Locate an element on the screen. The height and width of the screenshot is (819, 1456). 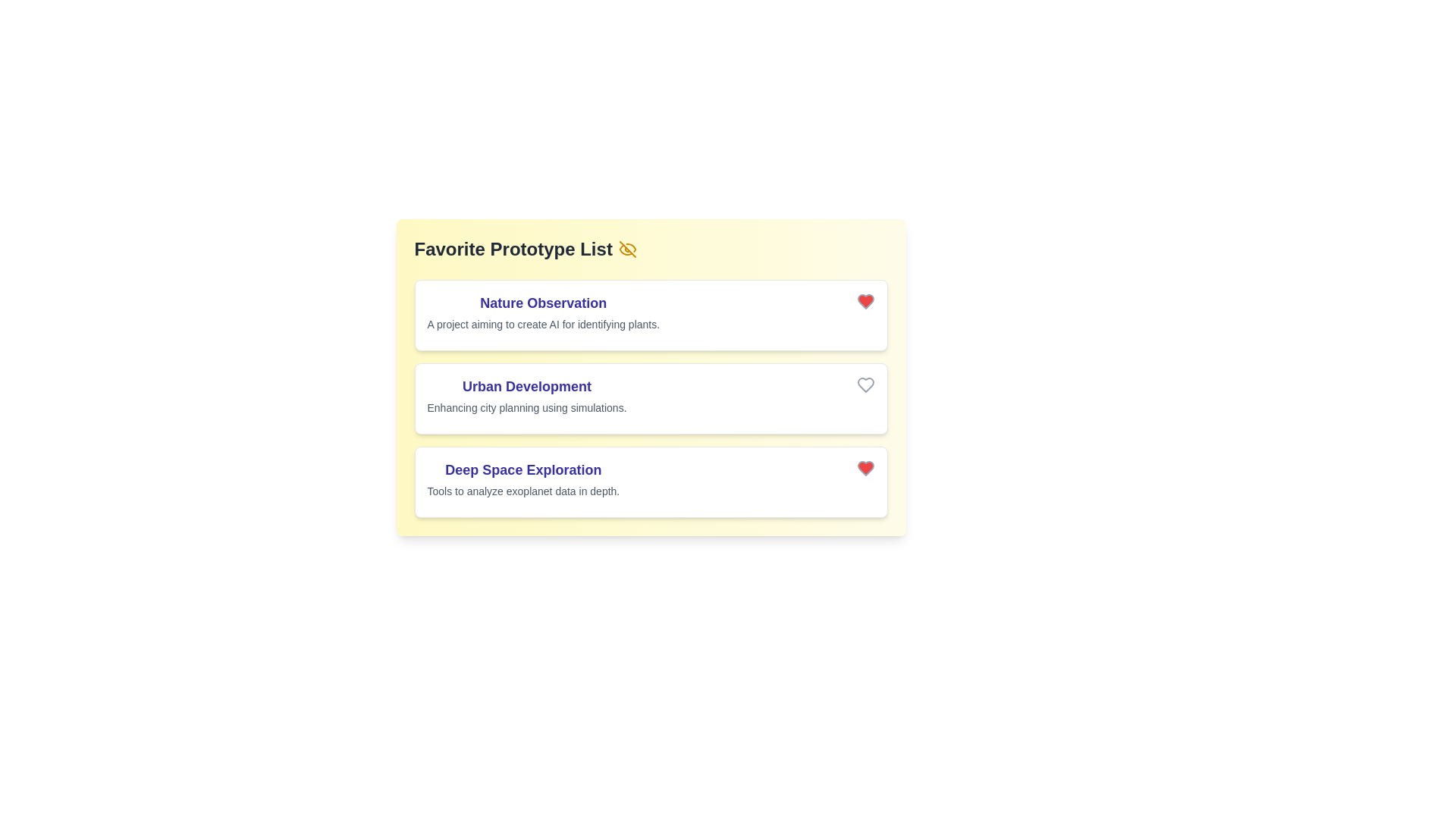
the list item corresponding to Deep Space Exploration is located at coordinates (651, 482).